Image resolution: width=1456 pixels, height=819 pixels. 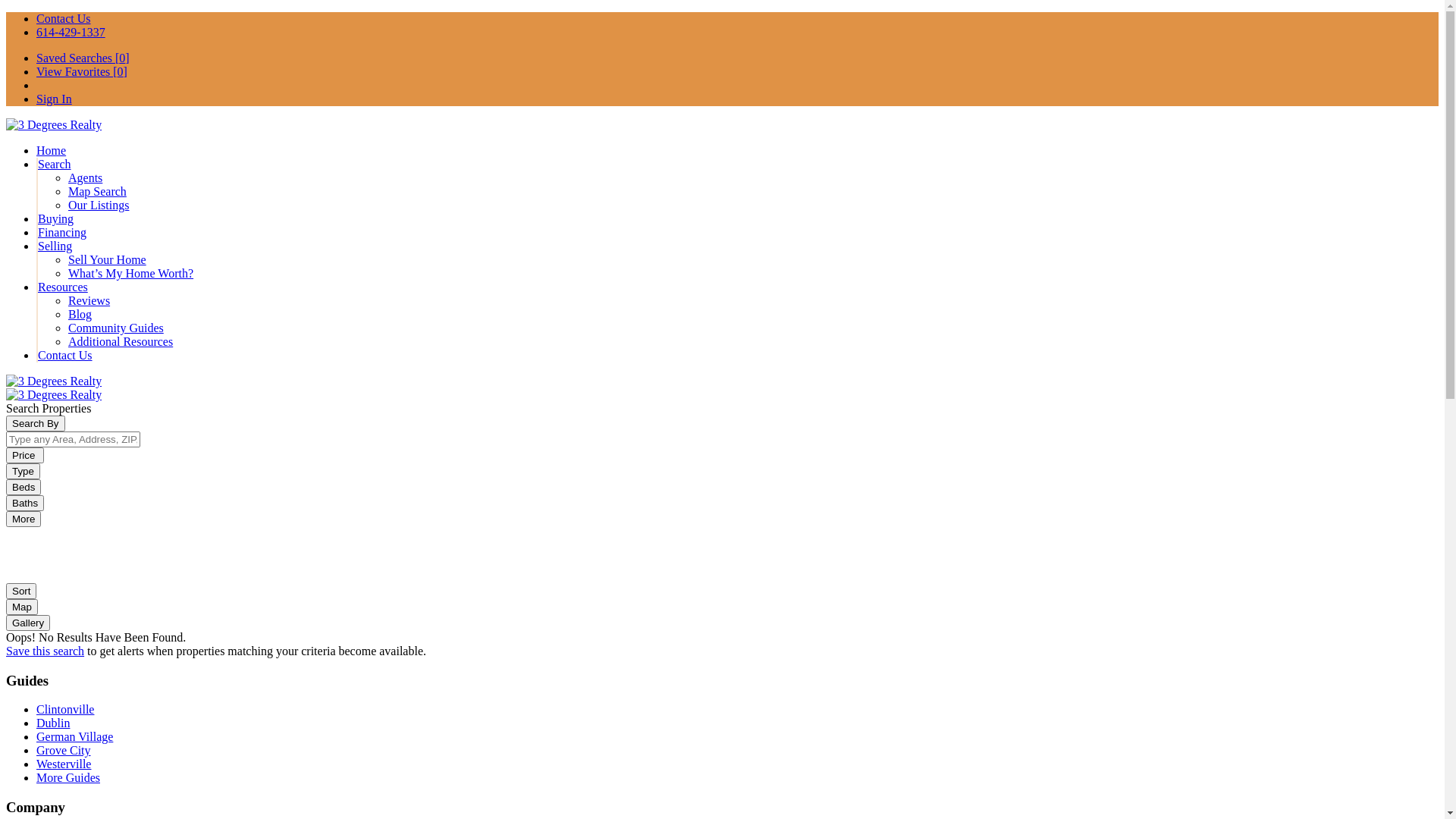 I want to click on 'Gallery', so click(x=28, y=622).